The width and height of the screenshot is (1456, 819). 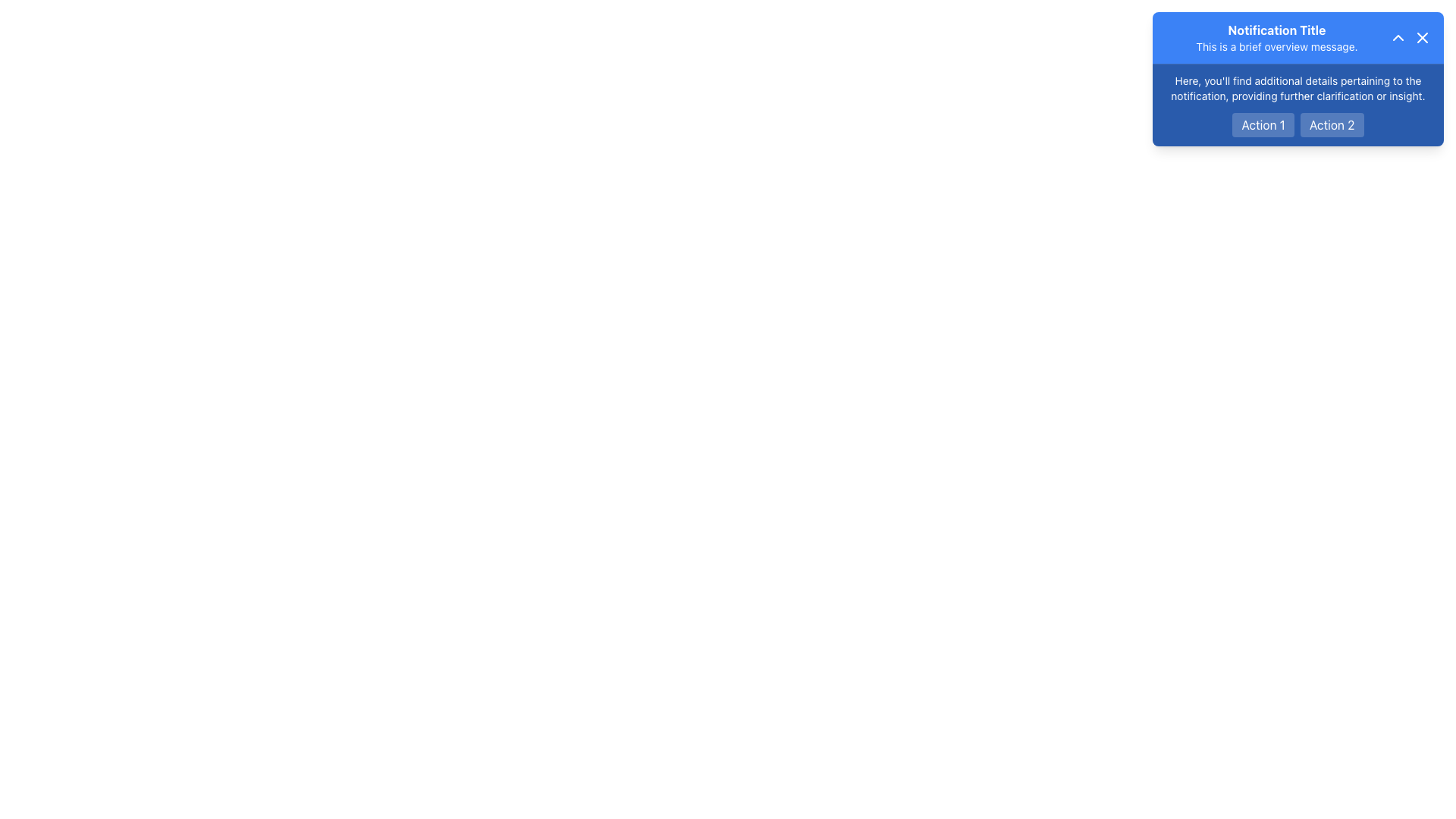 What do you see at coordinates (1298, 37) in the screenshot?
I see `text from the Informational header that contains the title 'Notification Title' and the subtitle 'This is a brief overview message.'` at bounding box center [1298, 37].